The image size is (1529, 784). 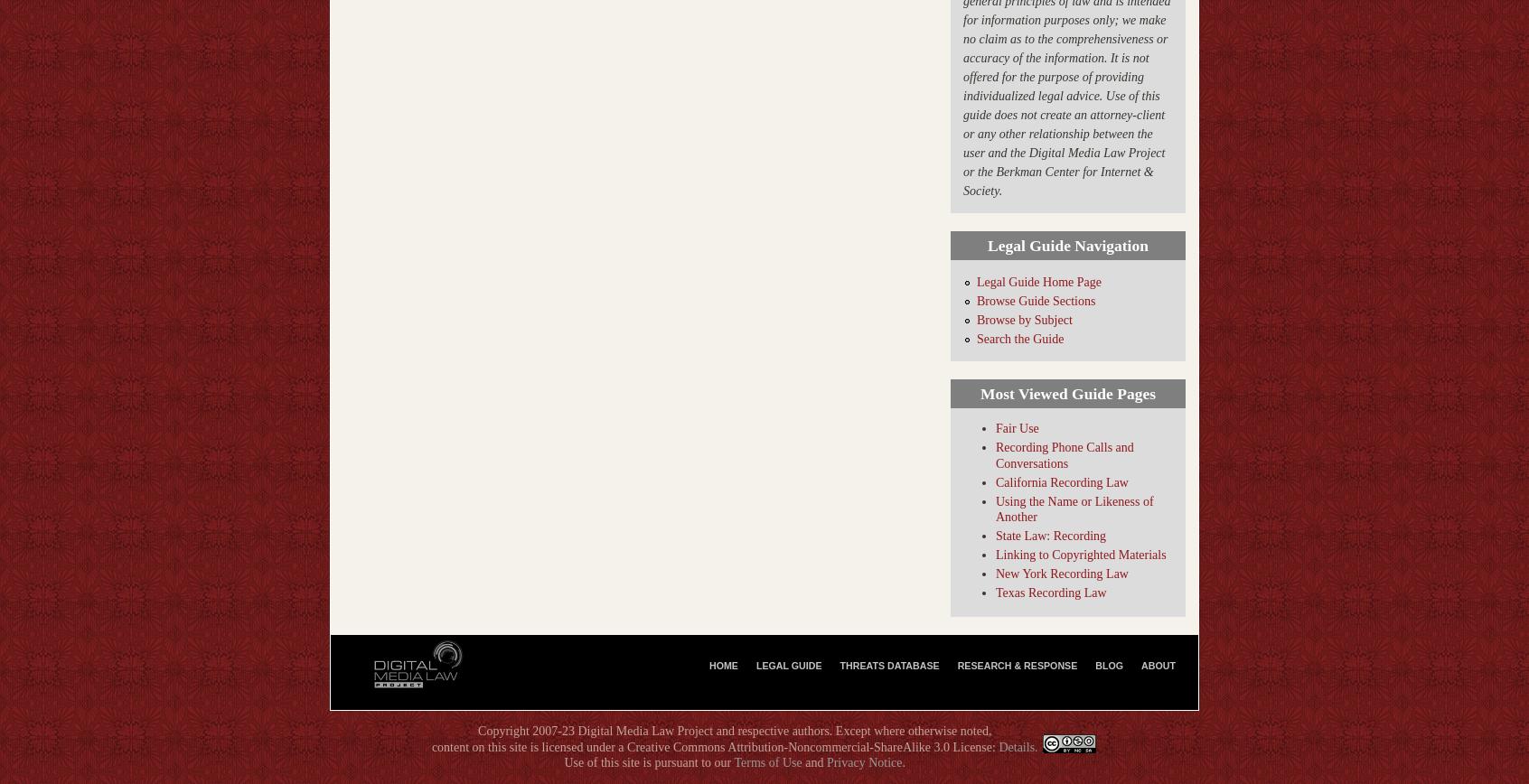 What do you see at coordinates (647, 762) in the screenshot?
I see `'Use of this site is pursuant to our'` at bounding box center [647, 762].